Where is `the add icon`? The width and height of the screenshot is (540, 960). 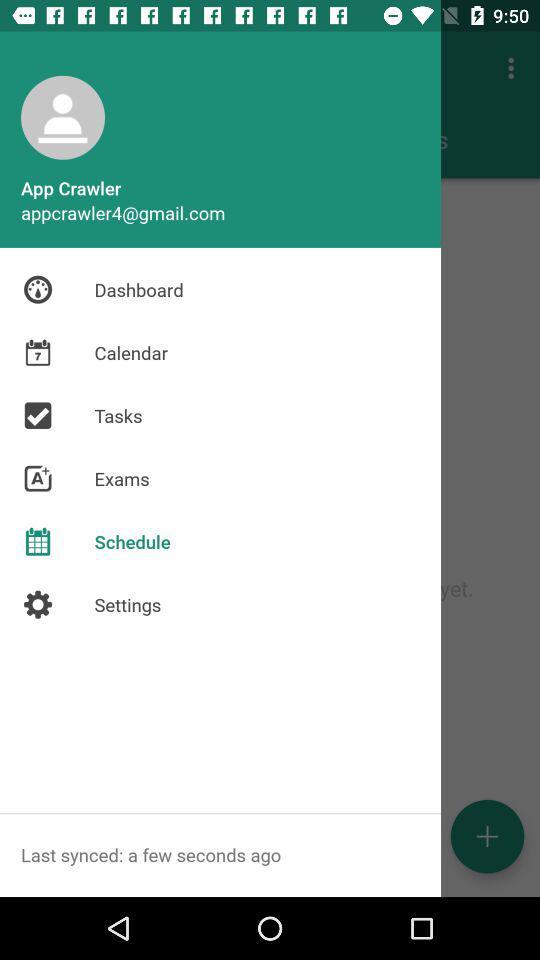
the add icon is located at coordinates (486, 836).